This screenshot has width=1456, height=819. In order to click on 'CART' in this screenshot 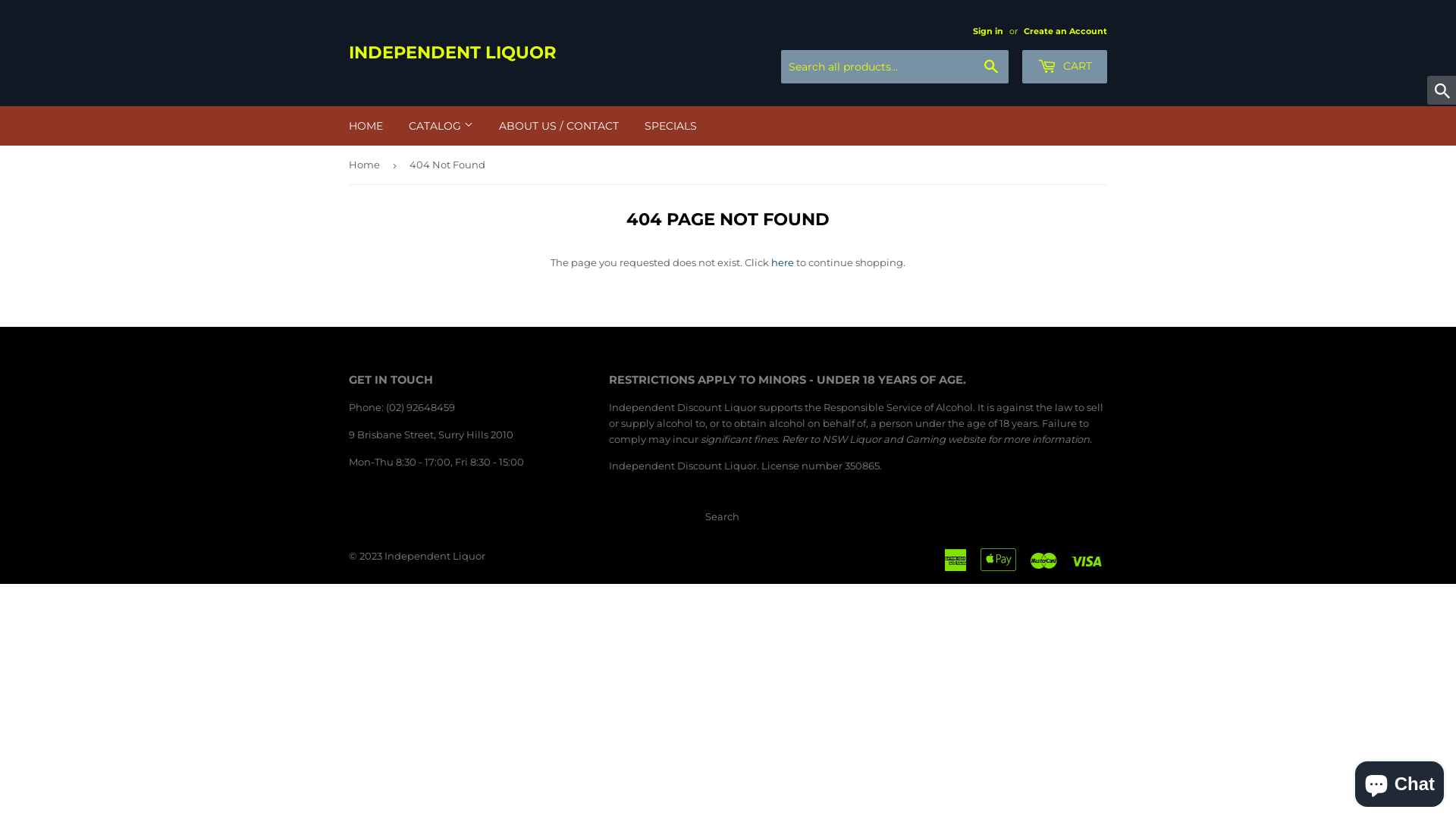, I will do `click(1022, 66)`.